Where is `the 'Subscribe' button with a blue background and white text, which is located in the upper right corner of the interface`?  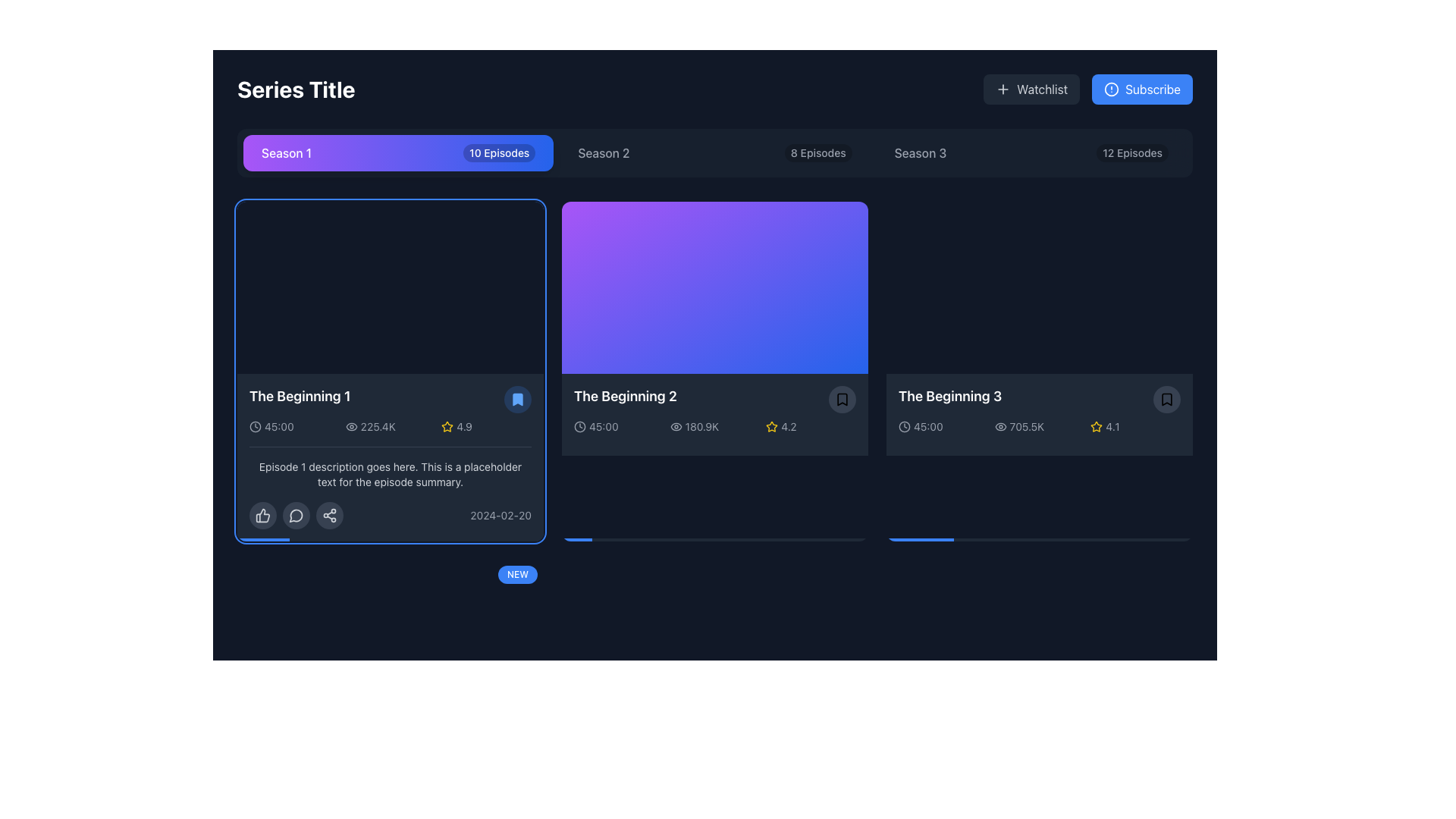
the 'Subscribe' button with a blue background and white text, which is located in the upper right corner of the interface is located at coordinates (1142, 89).